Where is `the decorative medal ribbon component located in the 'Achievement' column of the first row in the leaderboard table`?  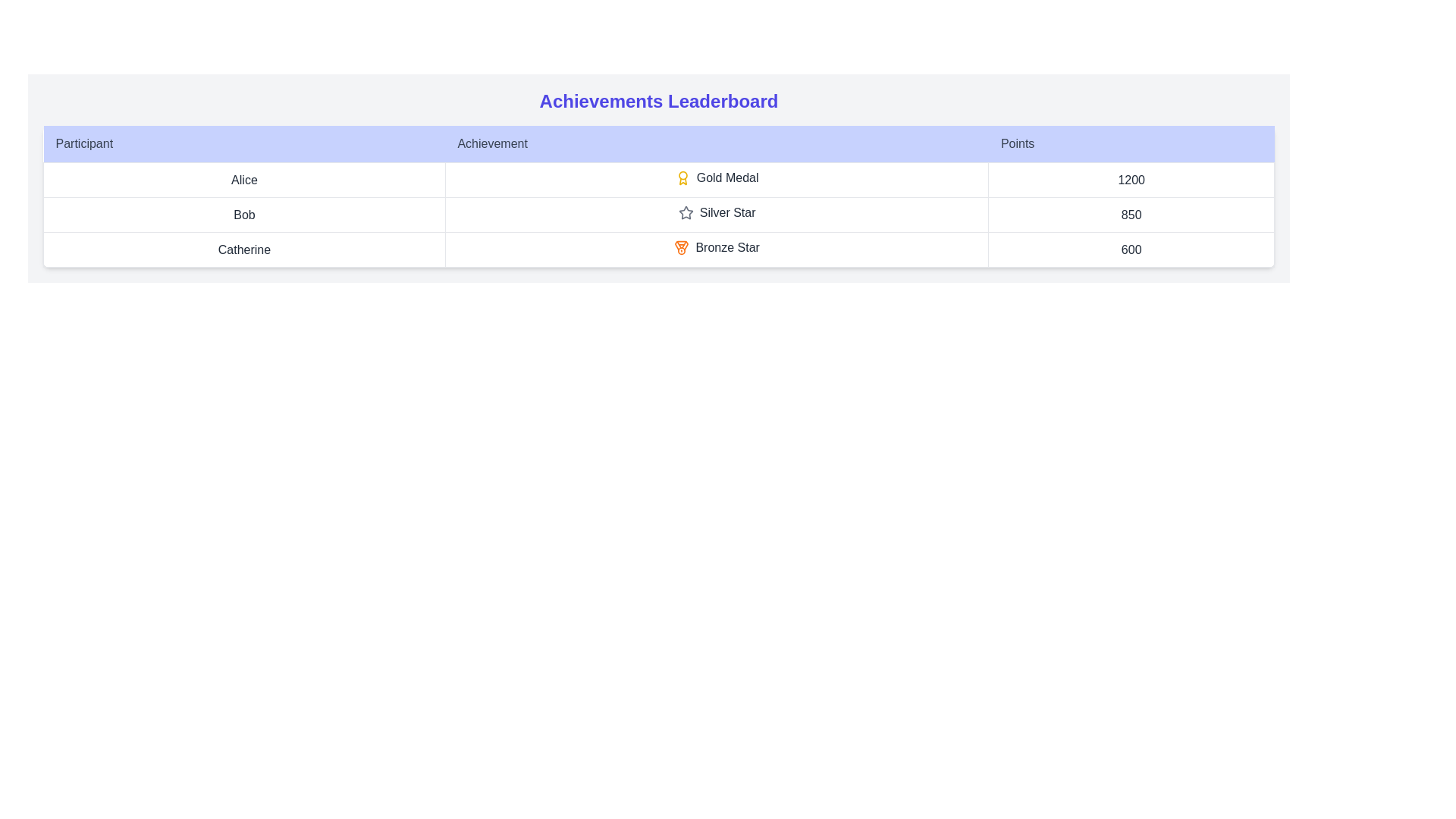
the decorative medal ribbon component located in the 'Achievement' column of the first row in the leaderboard table is located at coordinates (681, 245).